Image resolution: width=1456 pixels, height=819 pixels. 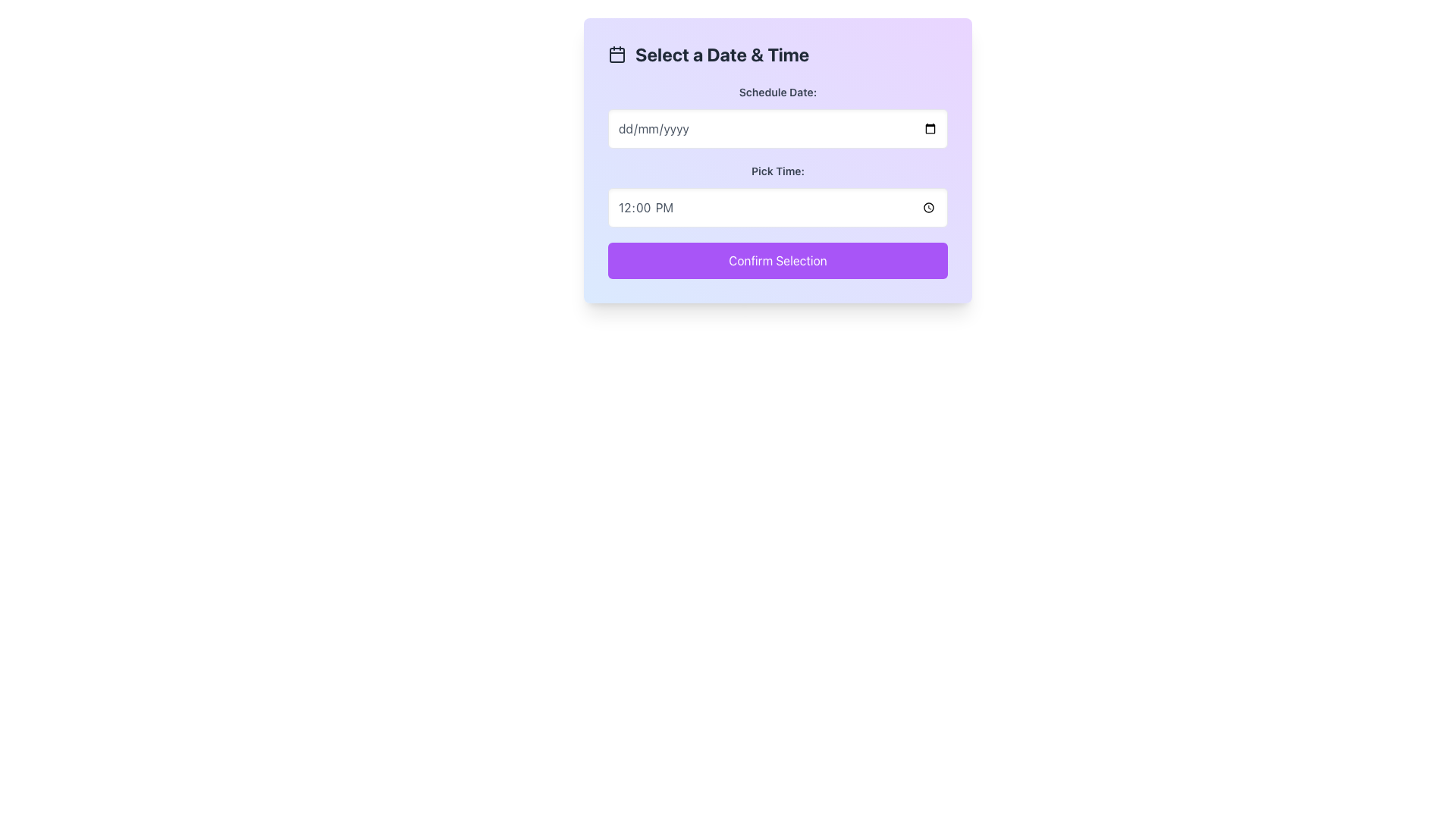 What do you see at coordinates (617, 55) in the screenshot?
I see `the rounded rectangular feature within the calendar icon that is located to the left of the 'Select a Date & Time' title in the upper central section of the interface` at bounding box center [617, 55].